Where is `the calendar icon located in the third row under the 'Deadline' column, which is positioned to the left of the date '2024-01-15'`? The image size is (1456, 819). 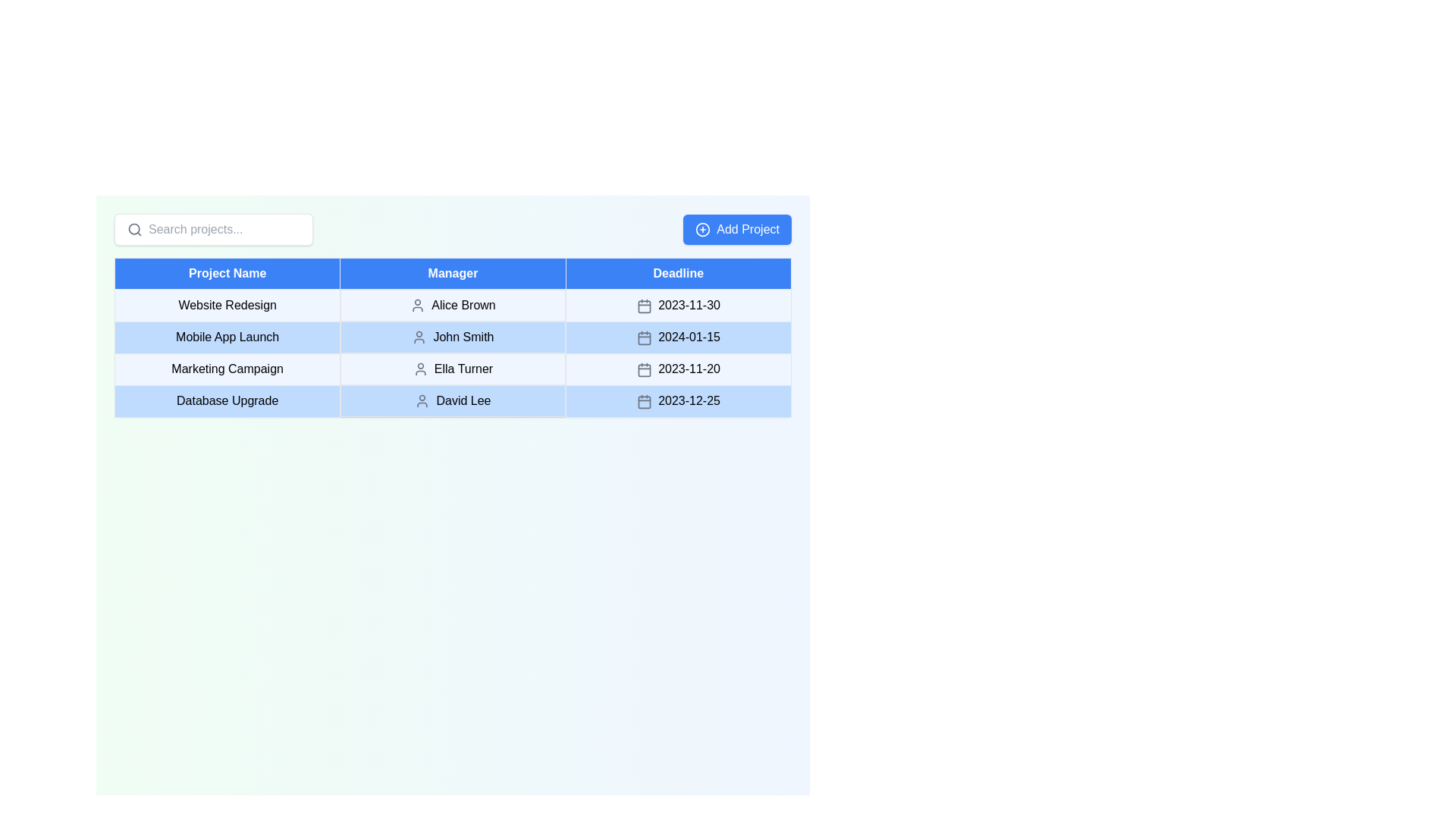 the calendar icon located in the third row under the 'Deadline' column, which is positioned to the left of the date '2024-01-15' is located at coordinates (644, 337).